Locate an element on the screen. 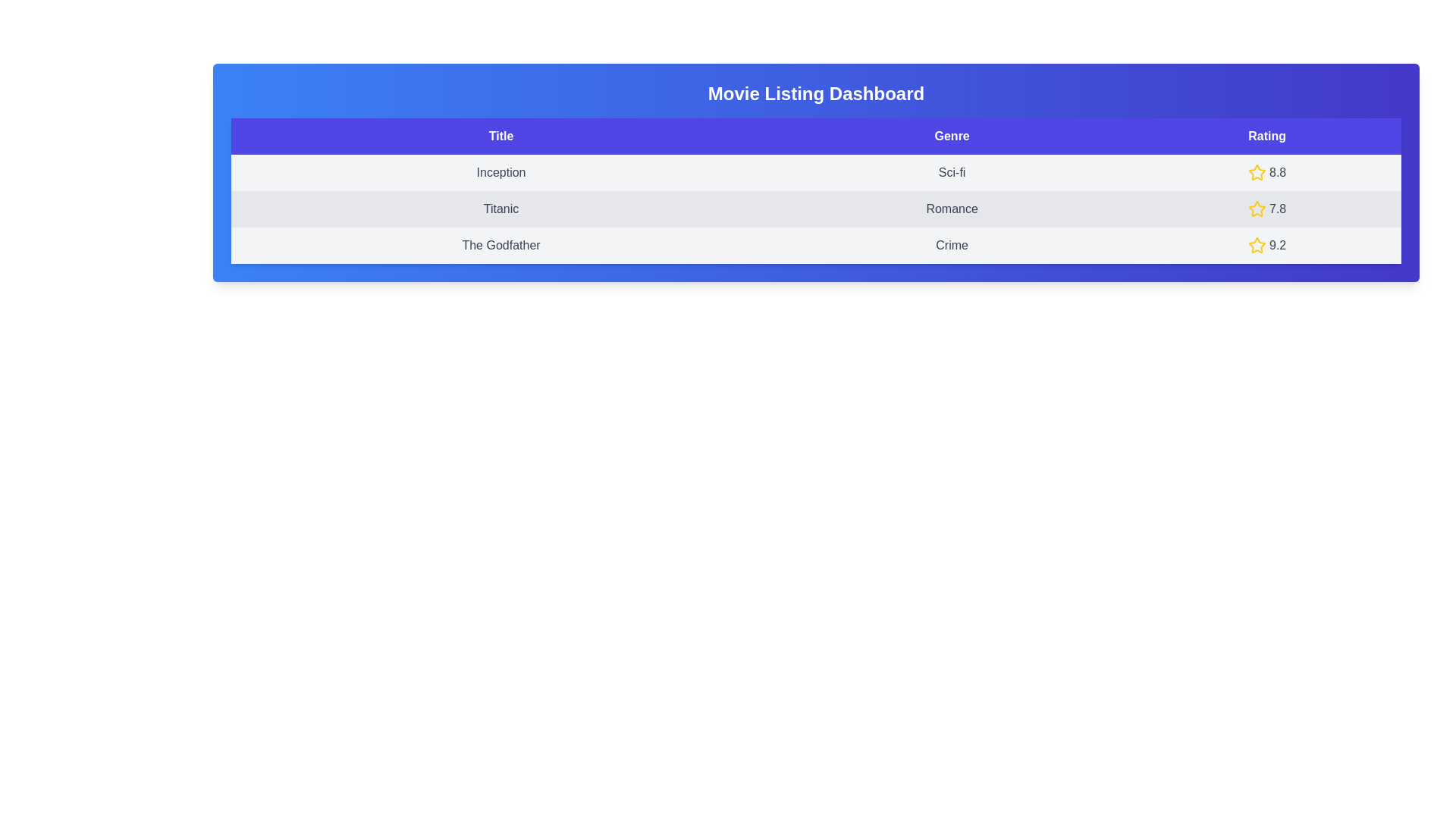 Image resolution: width=1456 pixels, height=819 pixels. the yellow star-shaped icon in the 'Rating' column of the last row is located at coordinates (1257, 244).